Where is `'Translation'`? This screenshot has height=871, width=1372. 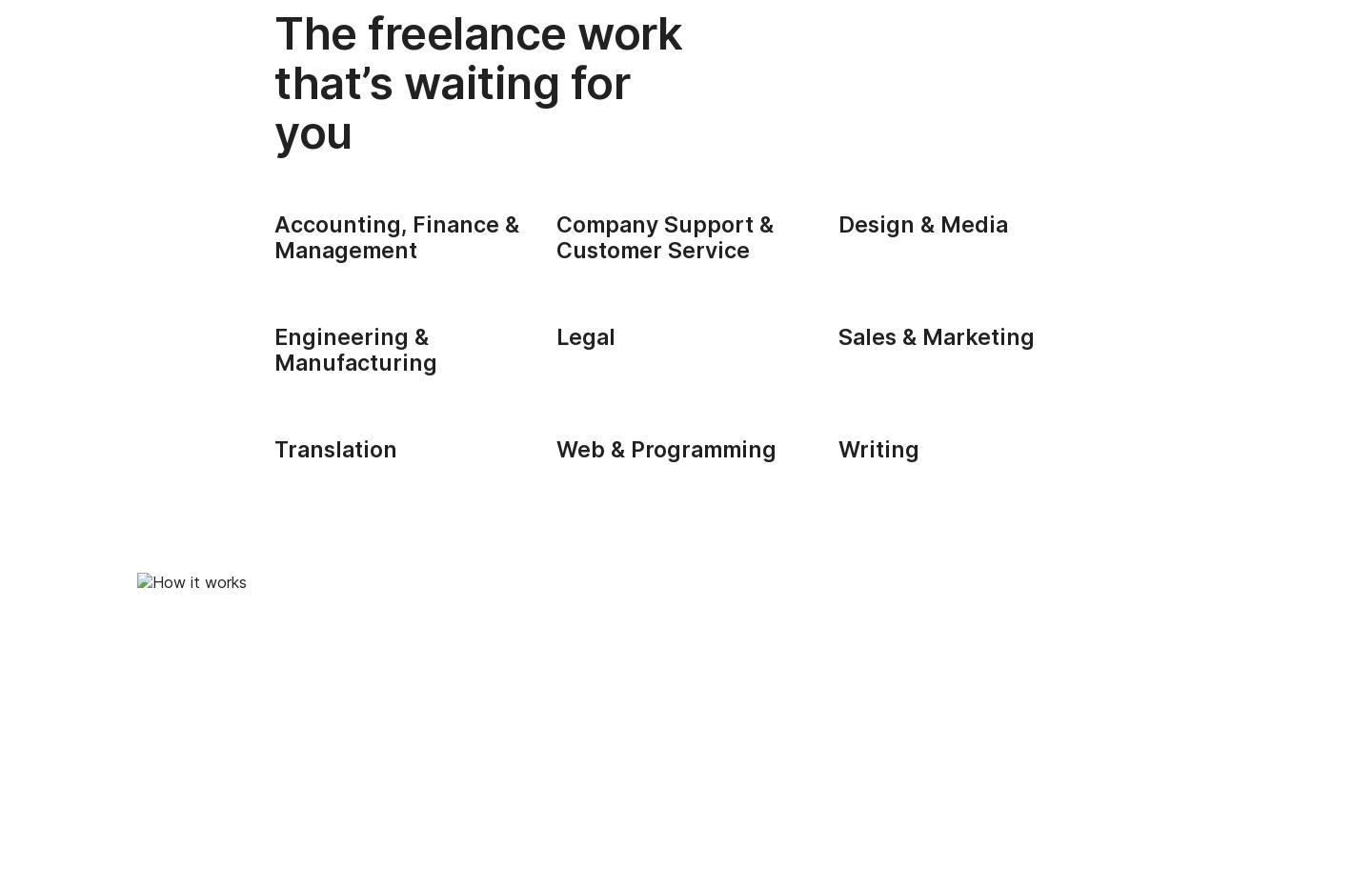 'Translation' is located at coordinates (335, 448).